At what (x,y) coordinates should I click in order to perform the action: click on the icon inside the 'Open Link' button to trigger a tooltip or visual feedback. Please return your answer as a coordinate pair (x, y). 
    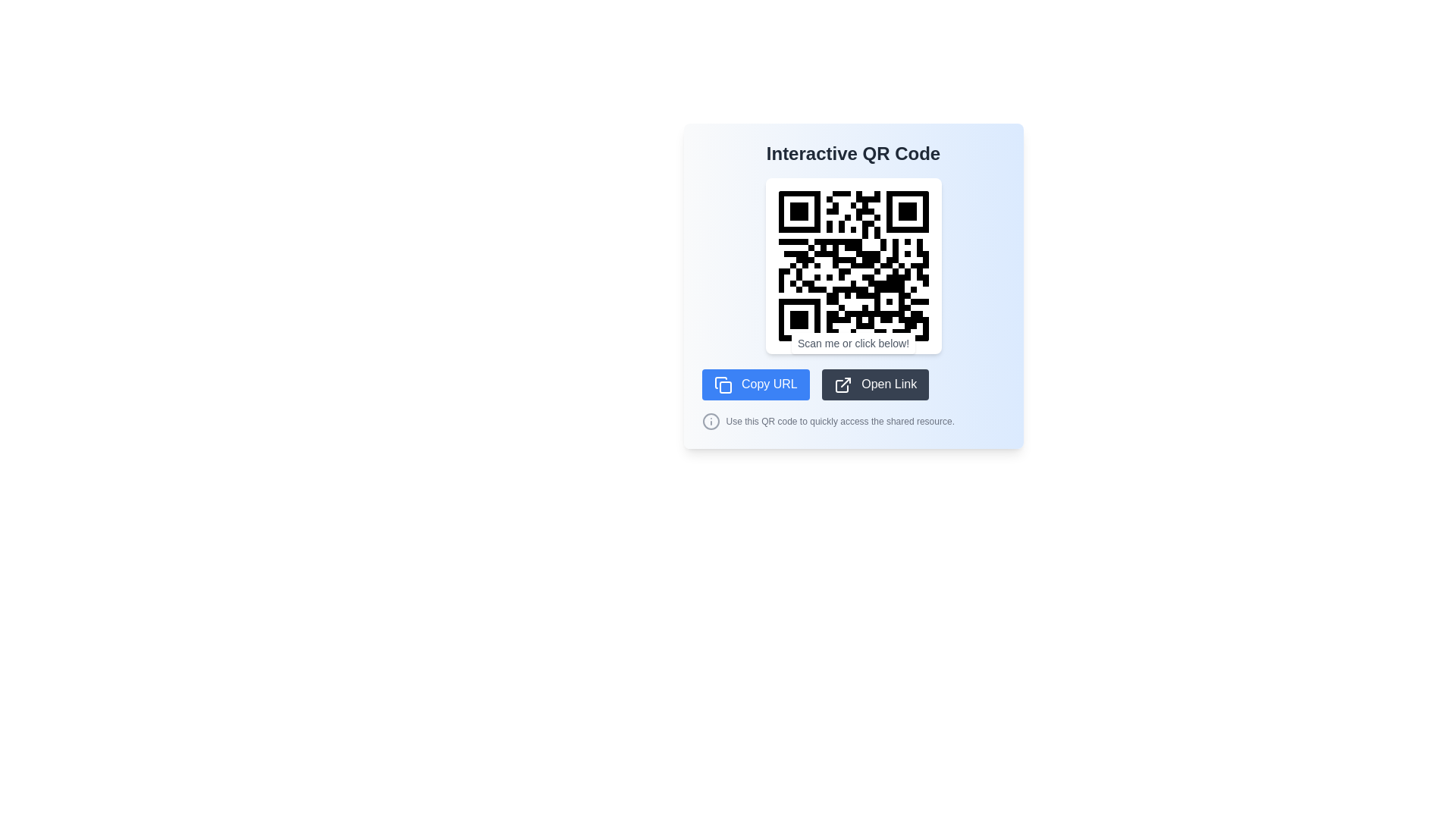
    Looking at the image, I should click on (842, 384).